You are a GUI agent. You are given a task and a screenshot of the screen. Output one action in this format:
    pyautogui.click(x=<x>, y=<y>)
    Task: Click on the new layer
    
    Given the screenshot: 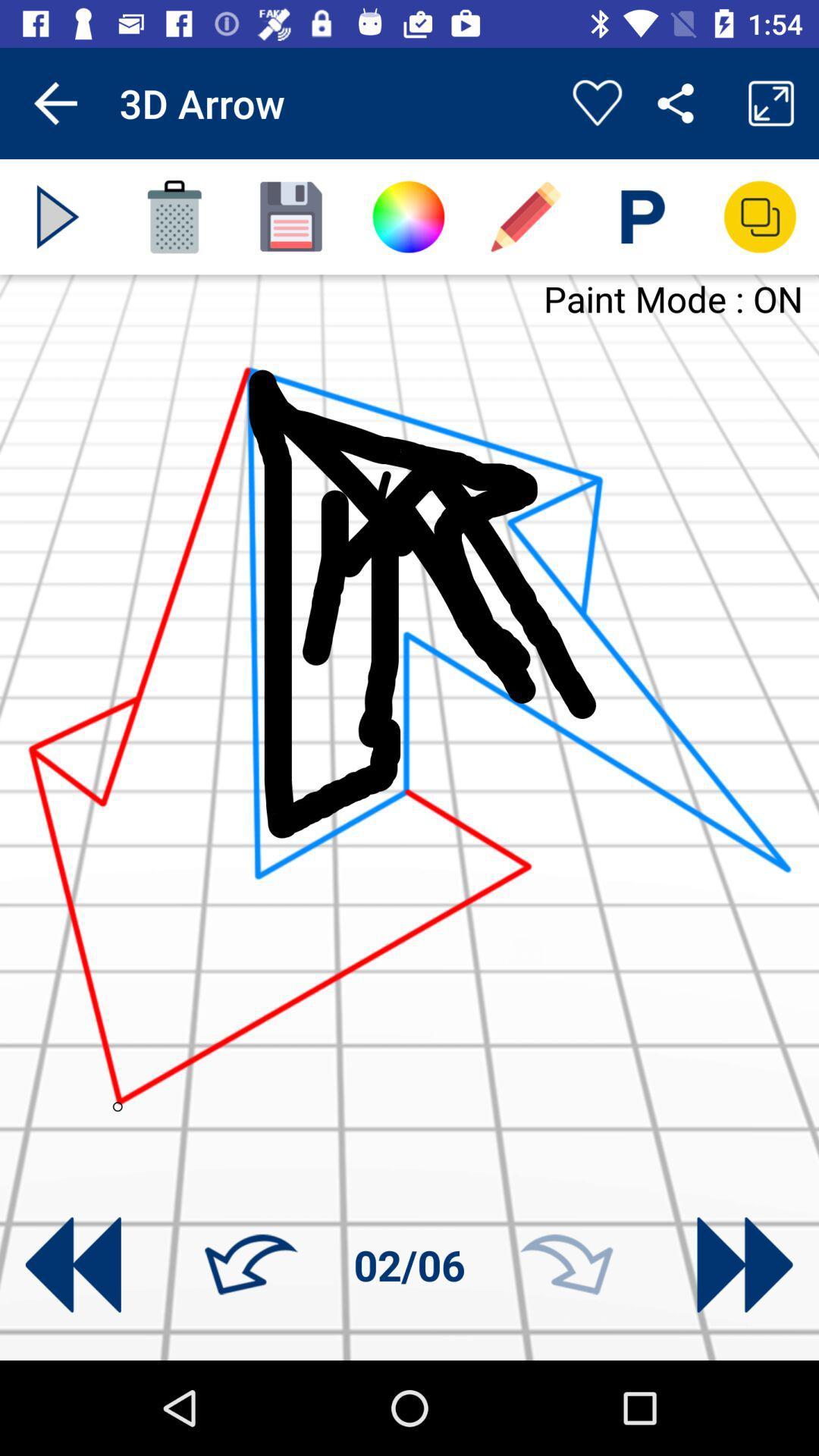 What is the action you would take?
    pyautogui.click(x=760, y=216)
    